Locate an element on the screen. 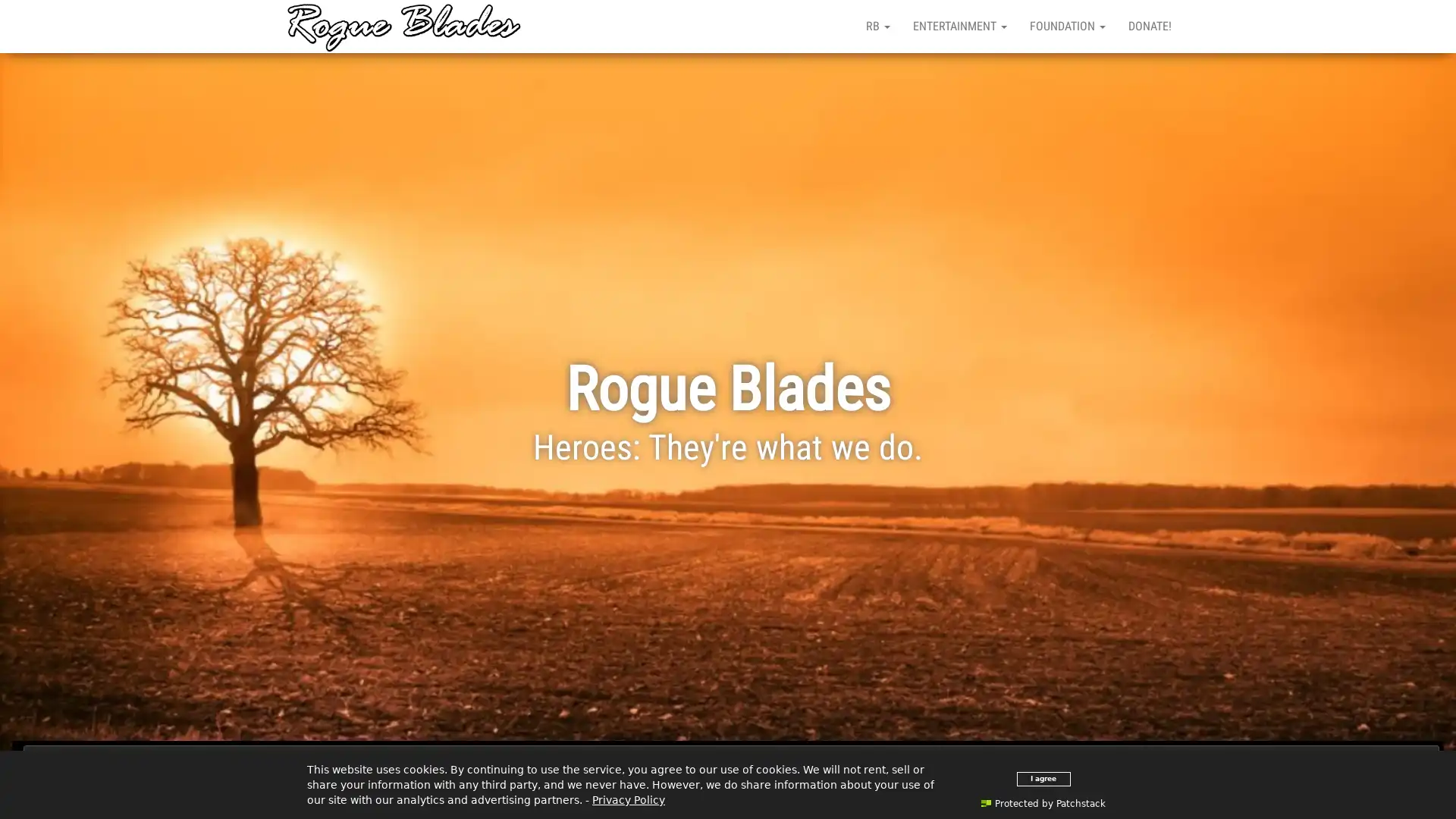  I agree is located at coordinates (1042, 778).